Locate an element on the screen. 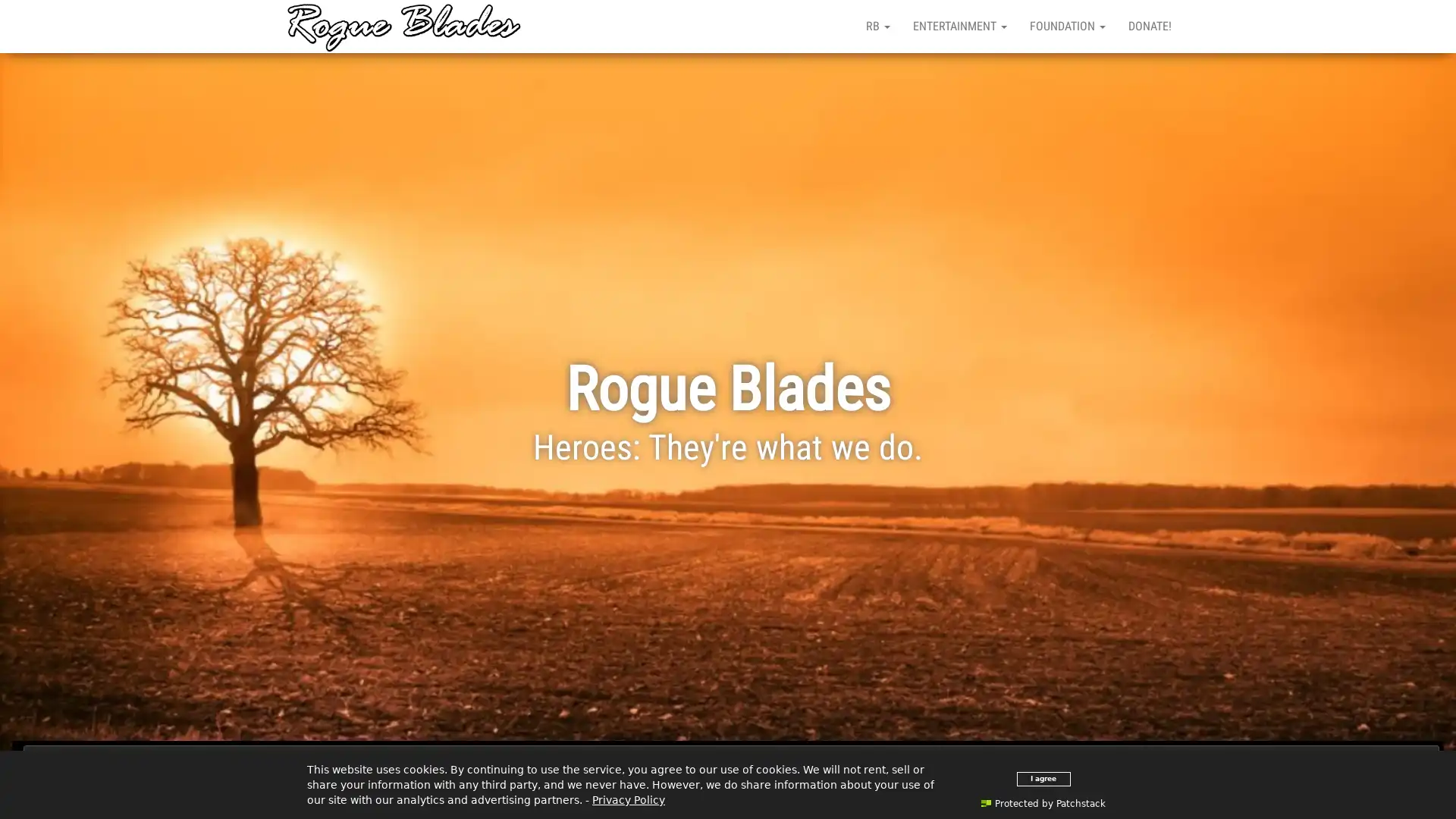  I agree is located at coordinates (1042, 778).